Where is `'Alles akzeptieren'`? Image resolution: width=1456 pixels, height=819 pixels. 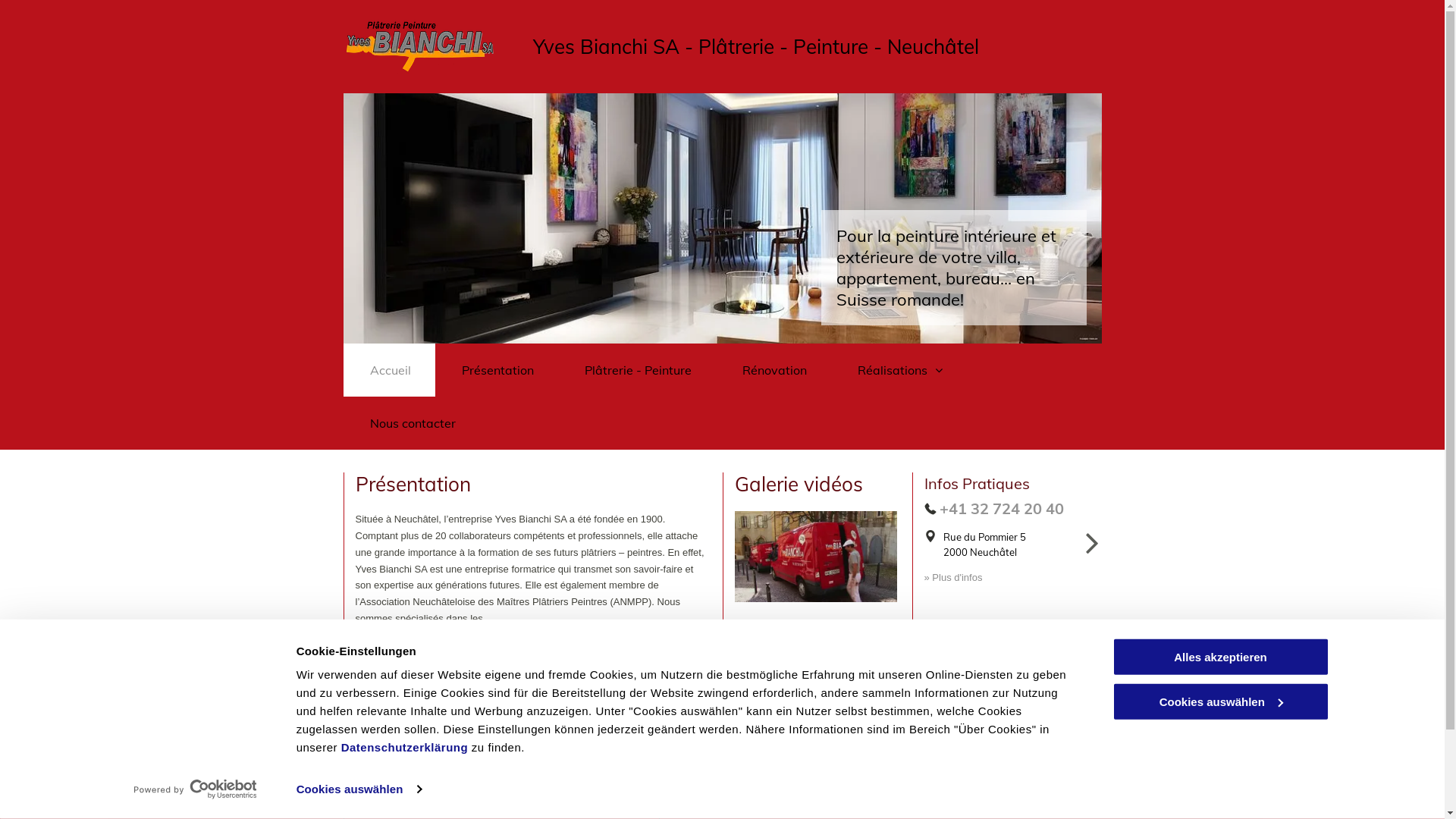 'Alles akzeptieren' is located at coordinates (1219, 656).